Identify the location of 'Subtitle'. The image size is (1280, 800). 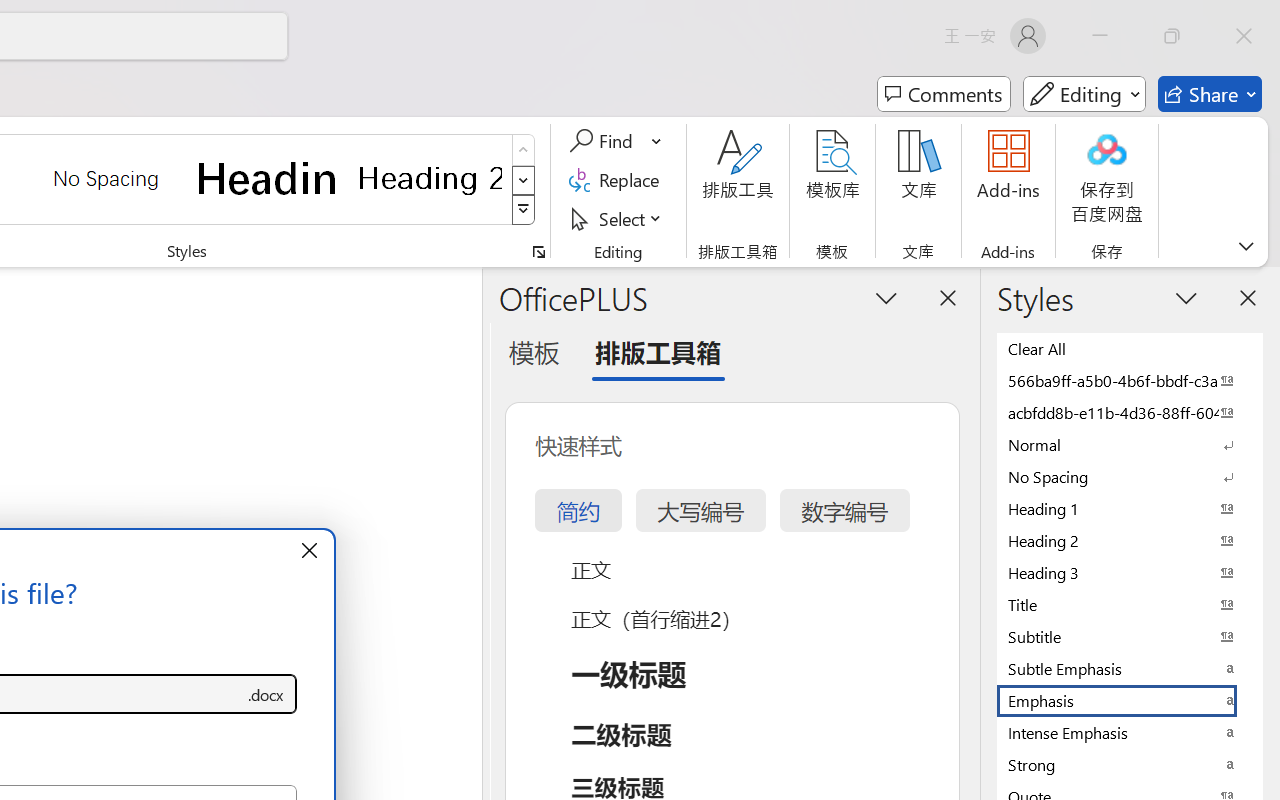
(1130, 635).